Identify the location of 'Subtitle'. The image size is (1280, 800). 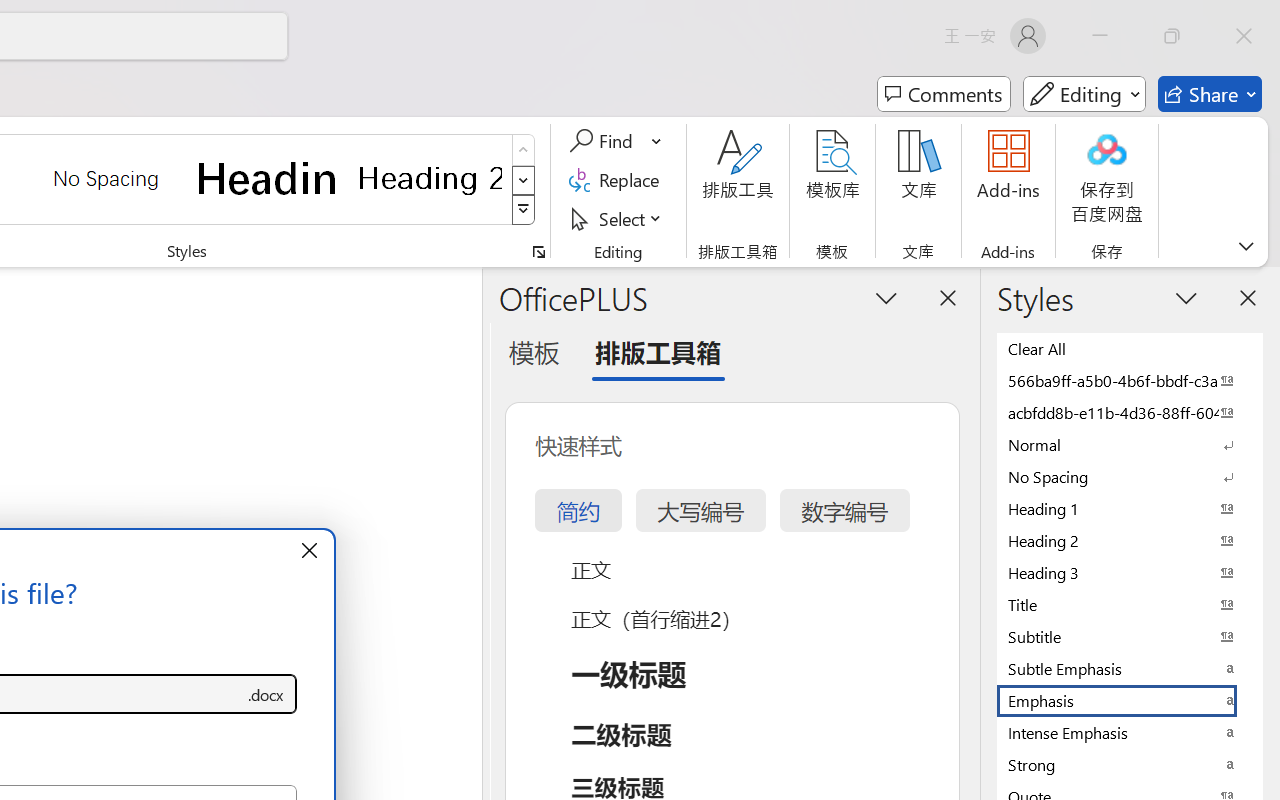
(1130, 635).